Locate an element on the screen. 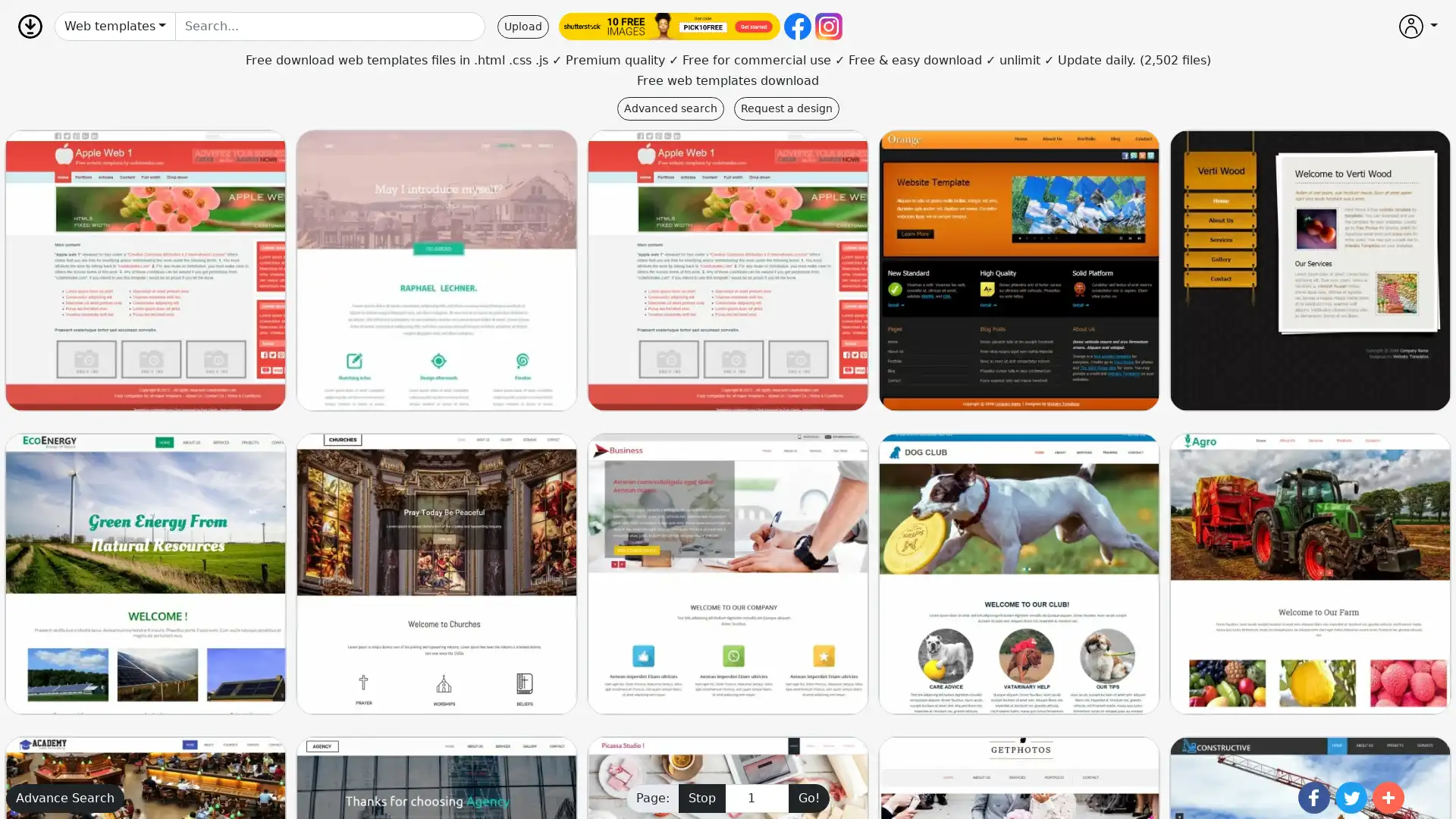 This screenshot has width=1456, height=819. Advance Search is located at coordinates (64, 798).